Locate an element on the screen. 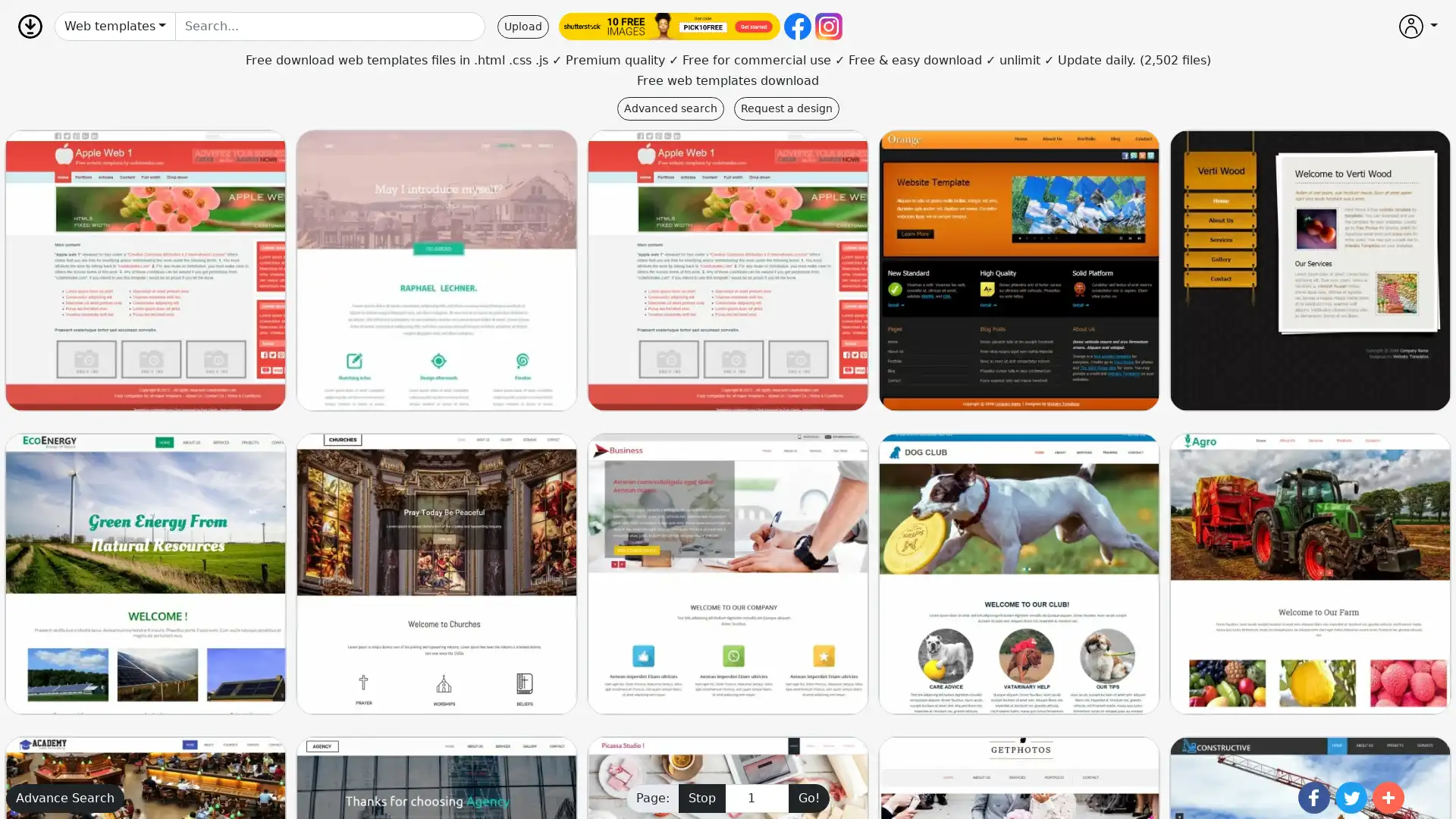 This screenshot has width=1456, height=819. Advance Search is located at coordinates (64, 798).